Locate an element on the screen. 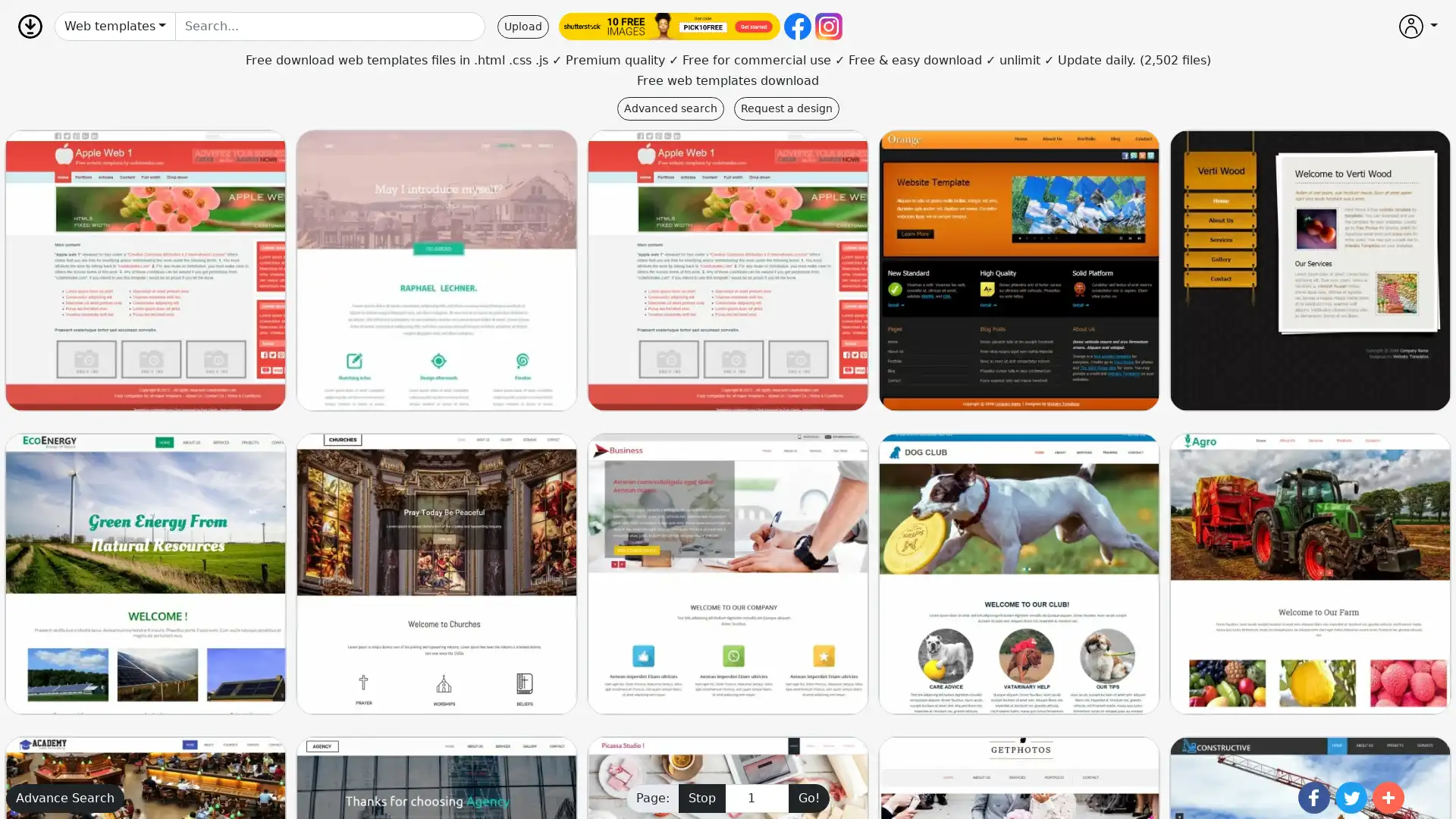 This screenshot has width=1456, height=819. Advance Search is located at coordinates (64, 798).